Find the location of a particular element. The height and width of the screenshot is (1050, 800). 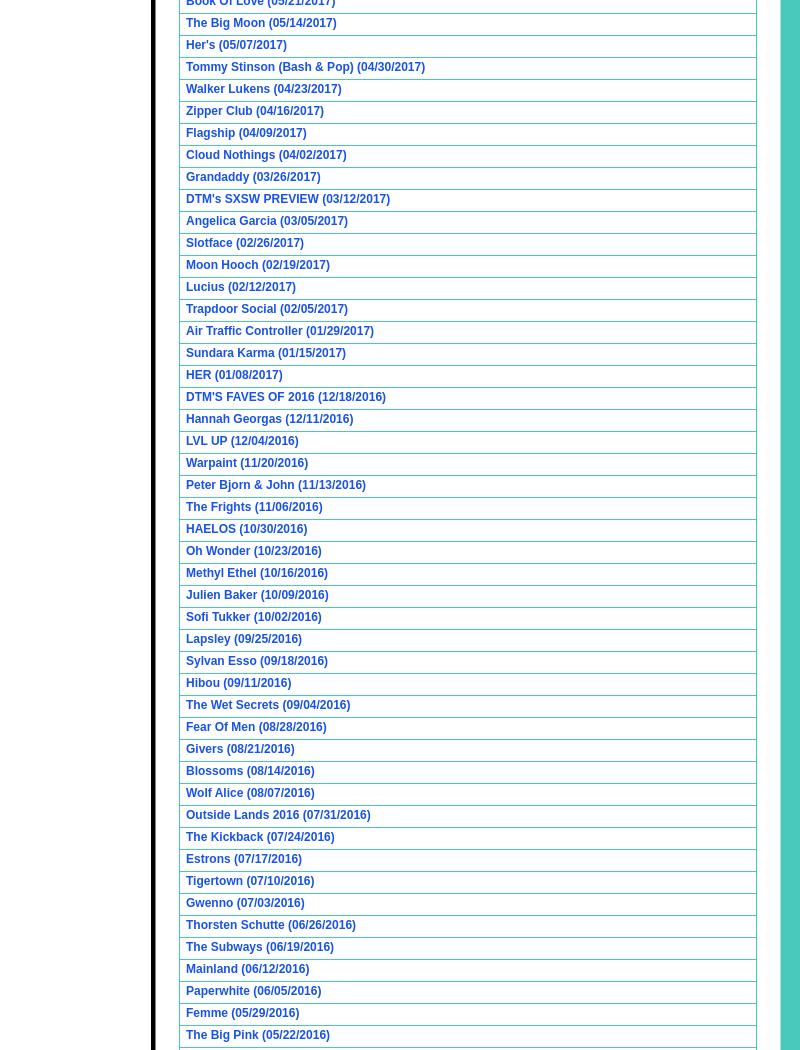

'Air Traffic Controller (01/29/2017)' is located at coordinates (280, 330).